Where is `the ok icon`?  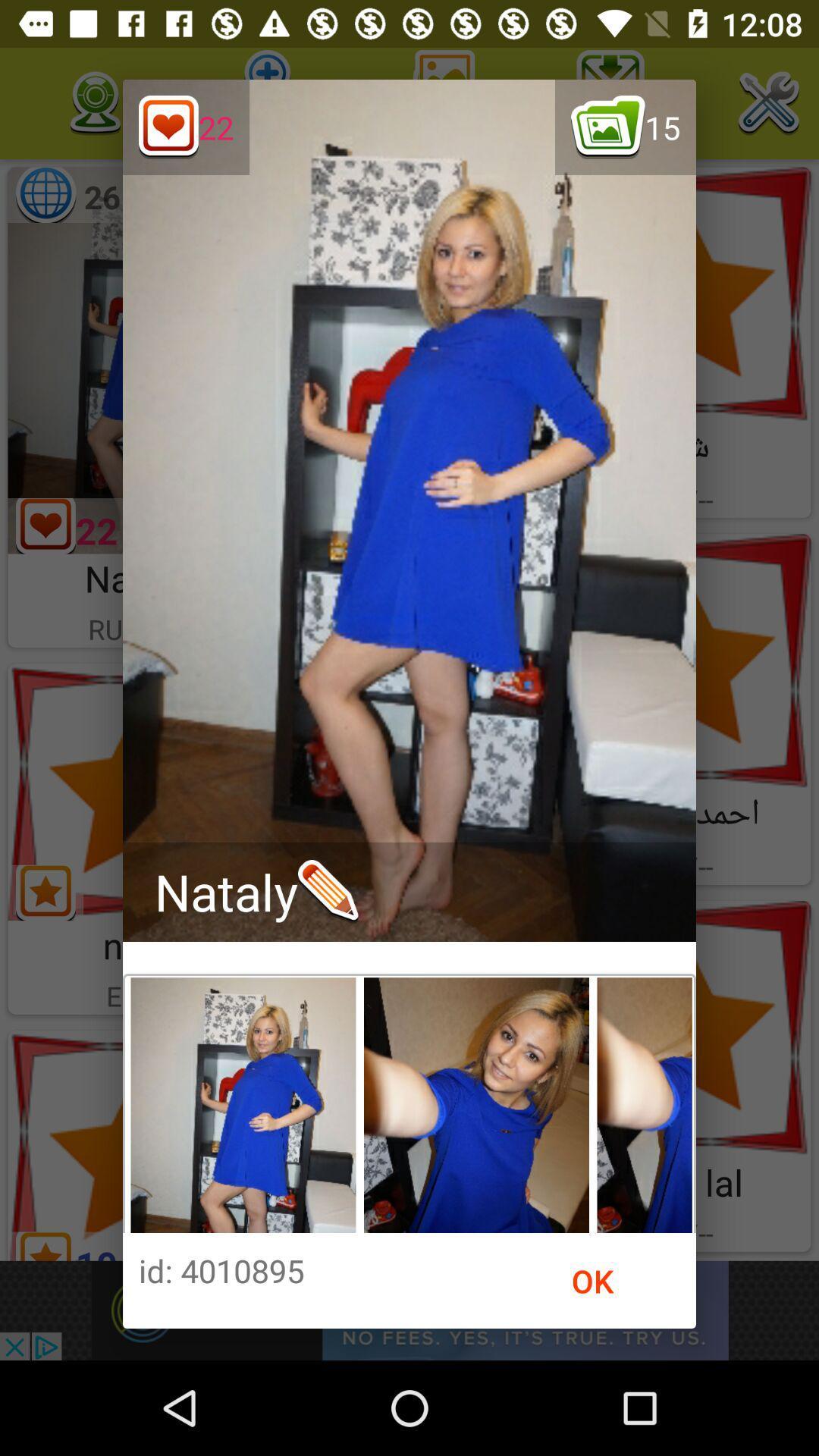 the ok icon is located at coordinates (591, 1280).